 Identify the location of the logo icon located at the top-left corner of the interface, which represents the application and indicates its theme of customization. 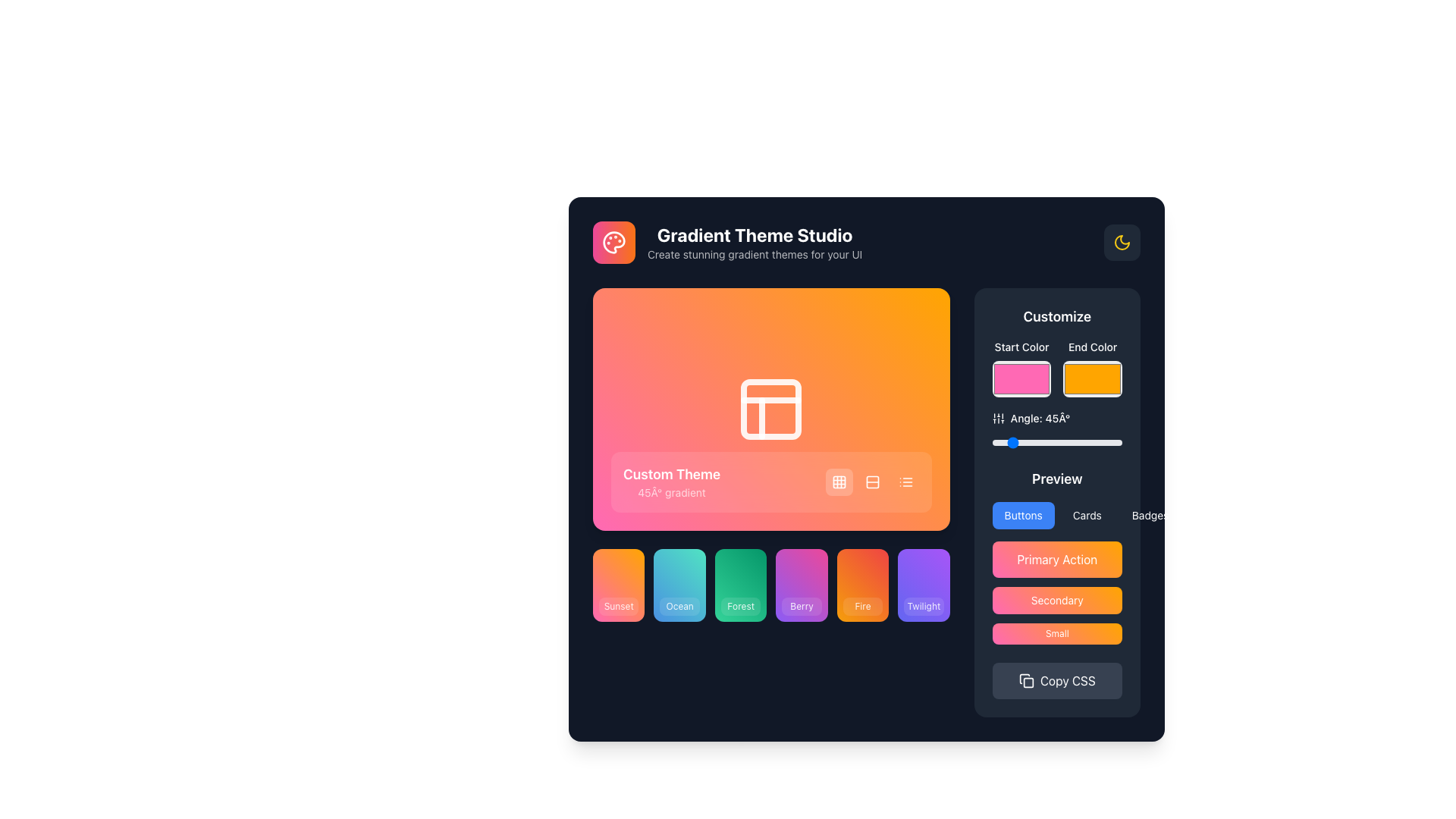
(614, 242).